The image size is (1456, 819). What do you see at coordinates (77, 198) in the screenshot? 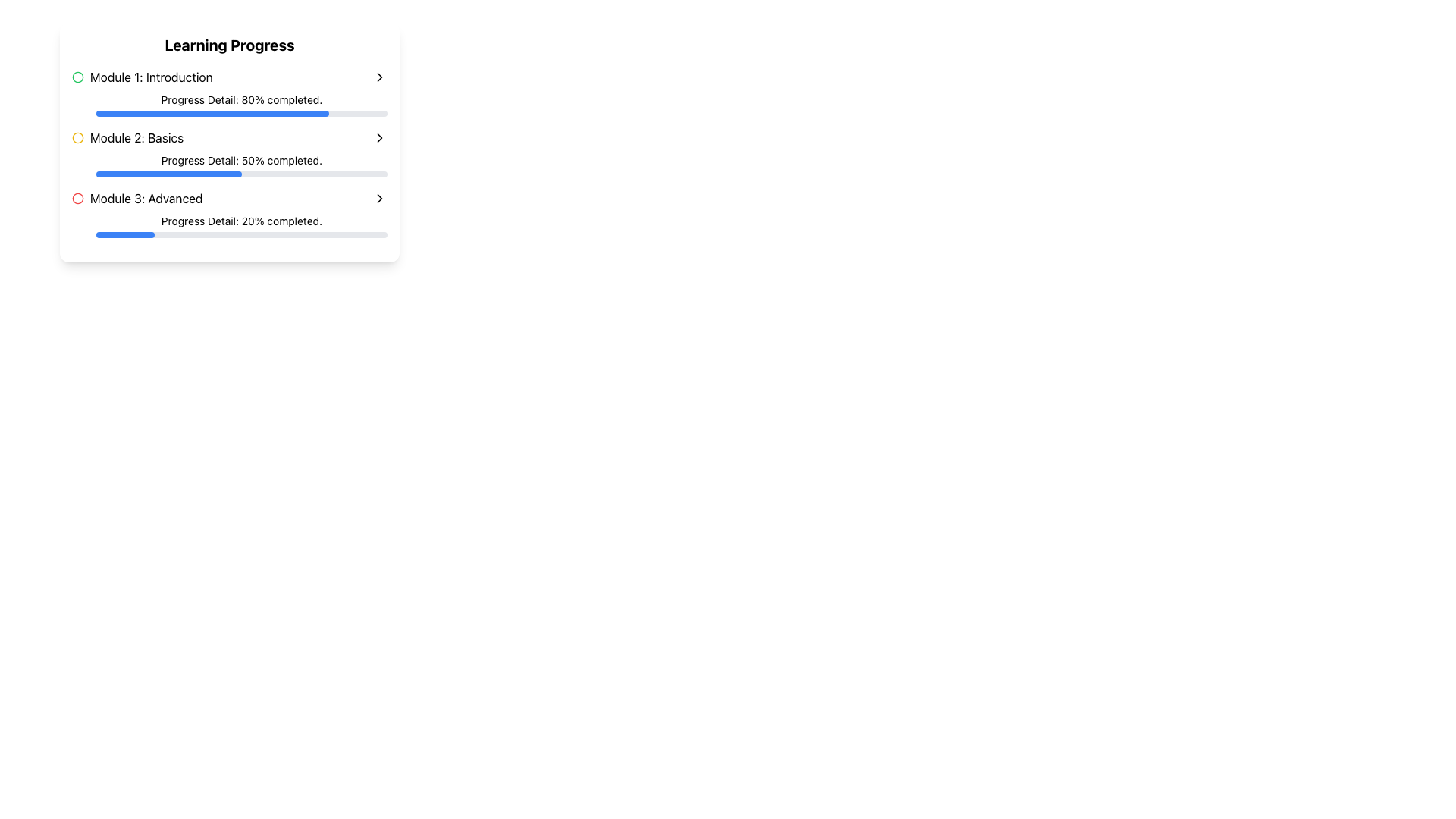
I see `the icon that indicates the status or type of the 'Module 3: Advanced' entry, located to the left of the text 'Module 3: Advanced'` at bounding box center [77, 198].